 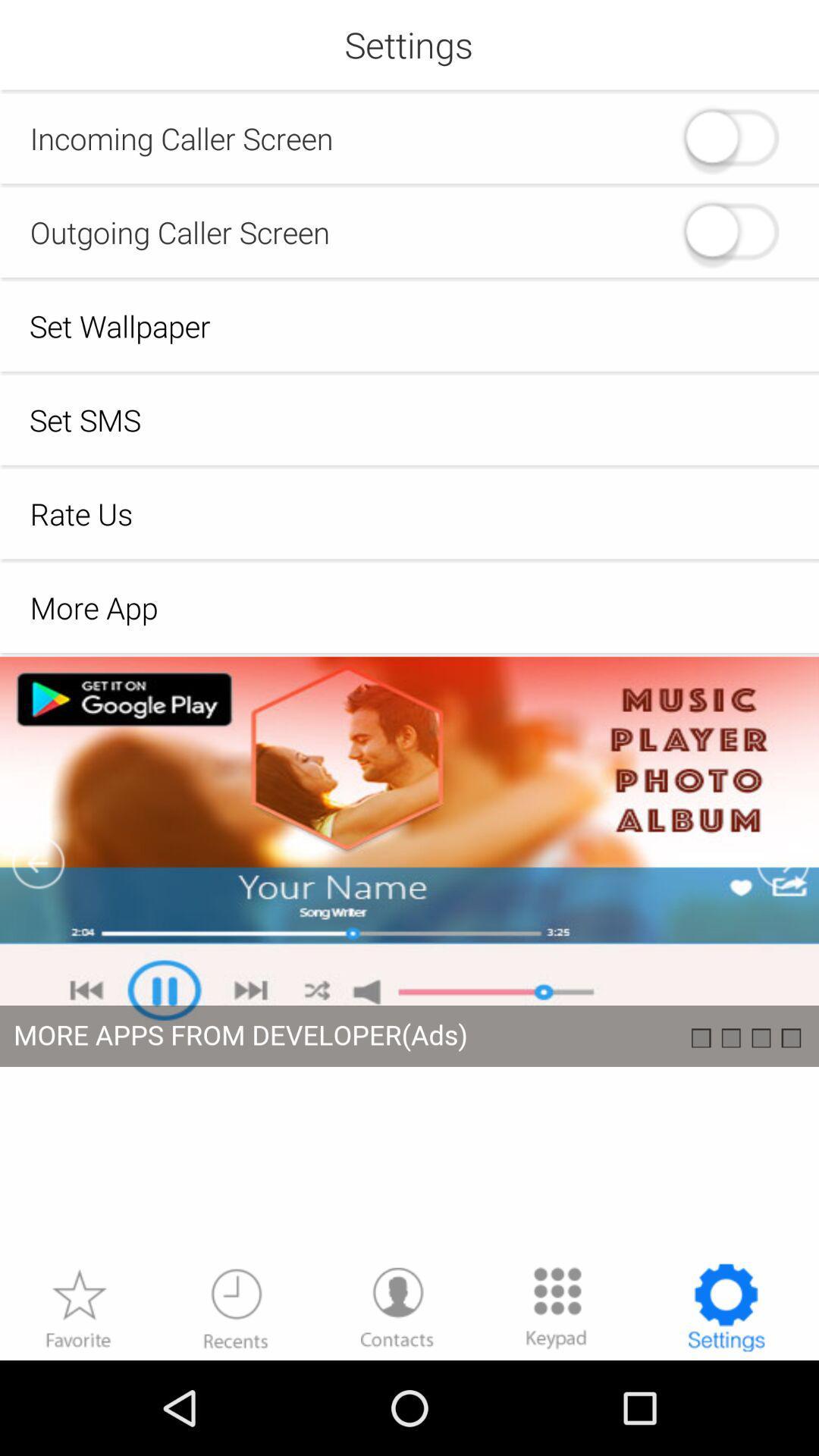 What do you see at coordinates (409, 958) in the screenshot?
I see `setting` at bounding box center [409, 958].